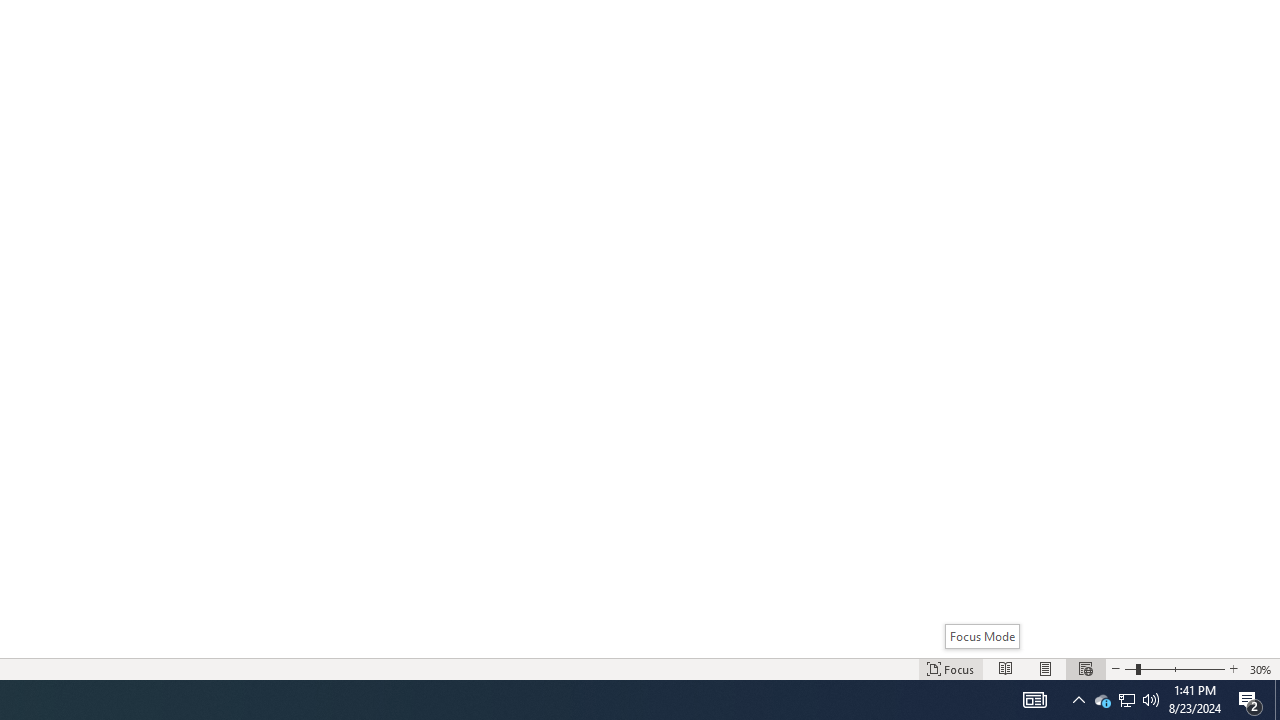 Image resolution: width=1280 pixels, height=720 pixels. Describe the element at coordinates (1260, 669) in the screenshot. I see `'Zoom 30%'` at that location.